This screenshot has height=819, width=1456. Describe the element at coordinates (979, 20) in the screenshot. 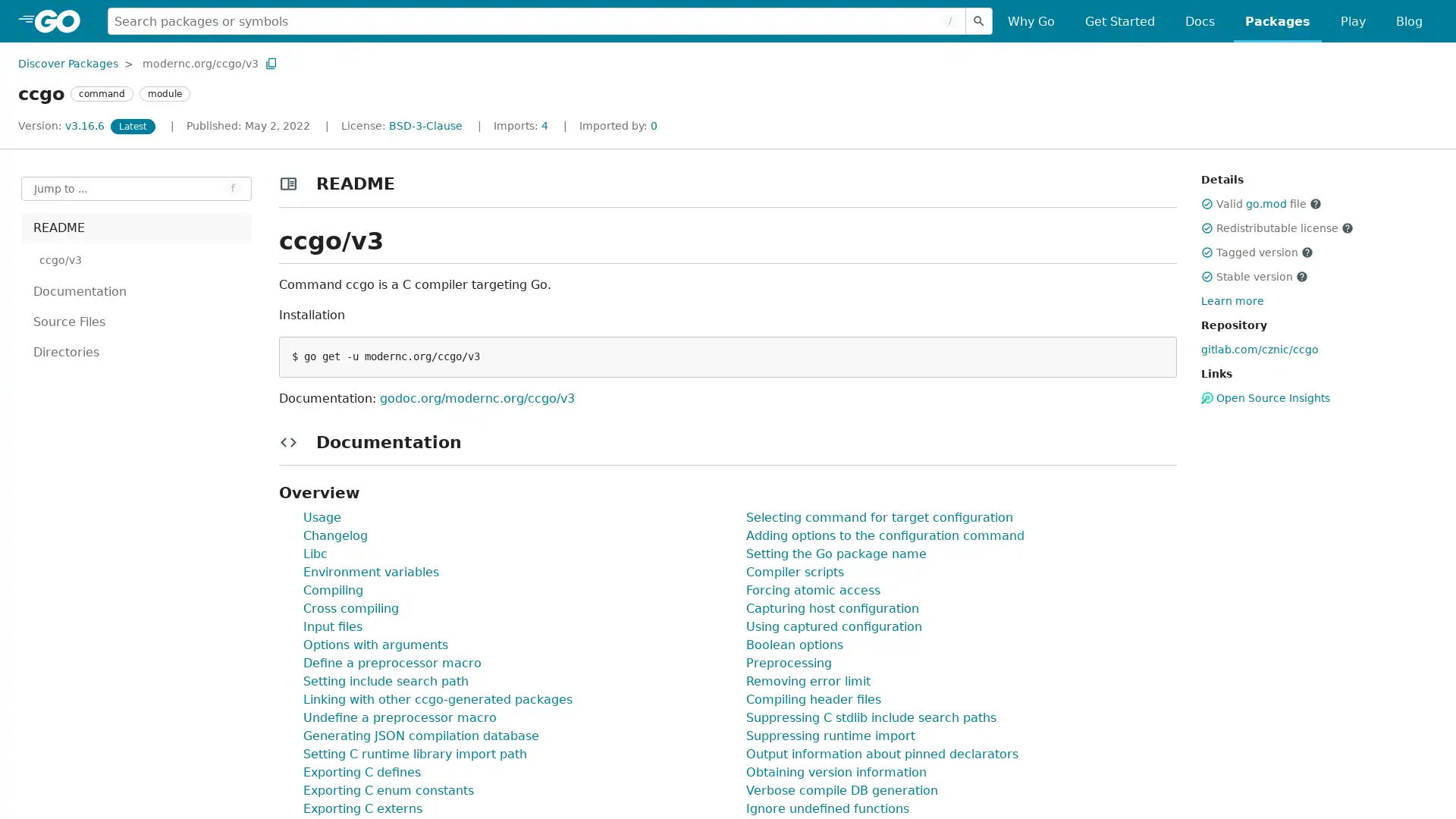

I see `Submit search` at that location.